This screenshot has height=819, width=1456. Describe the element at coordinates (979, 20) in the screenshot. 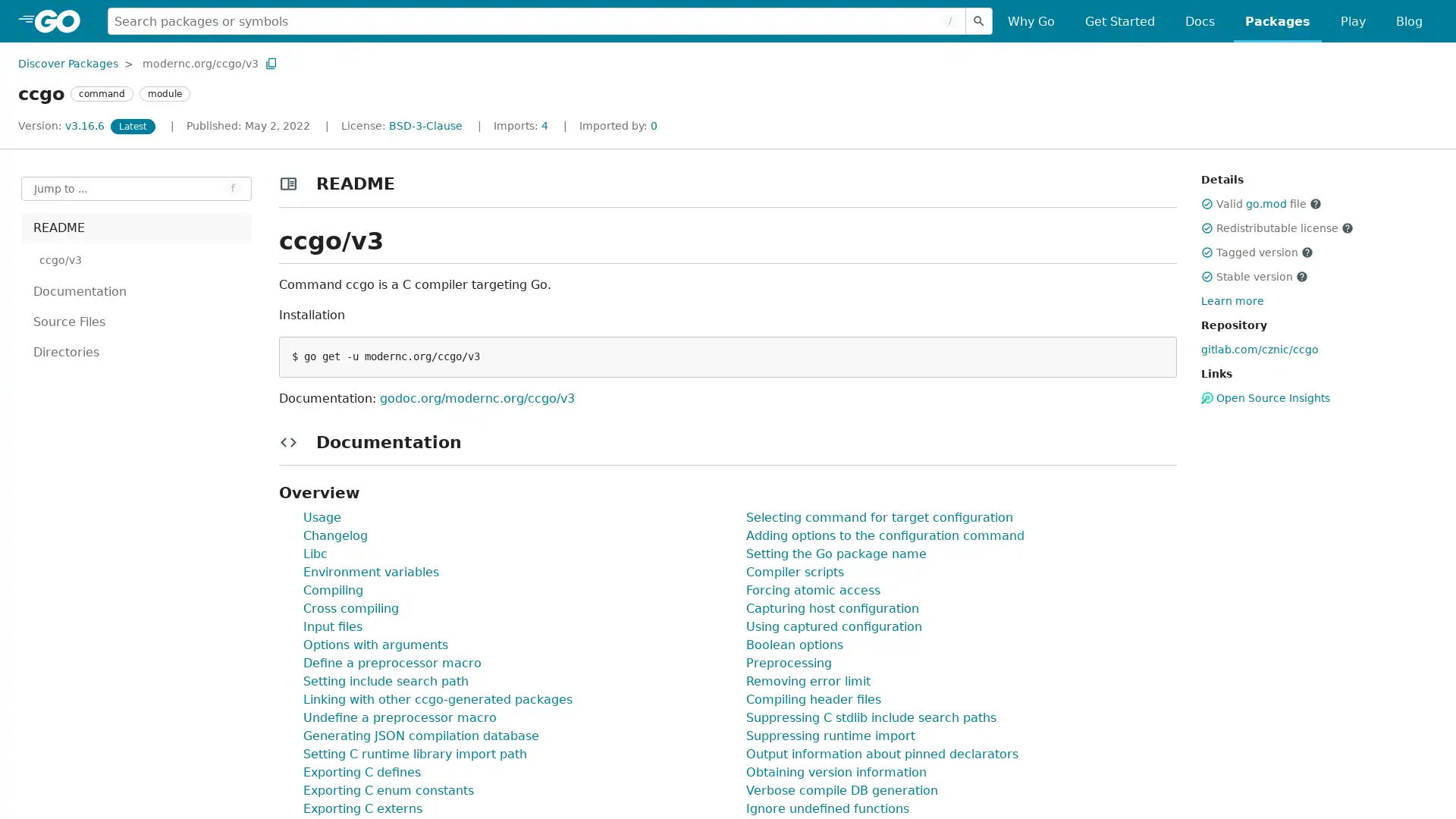

I see `Submit search` at that location.